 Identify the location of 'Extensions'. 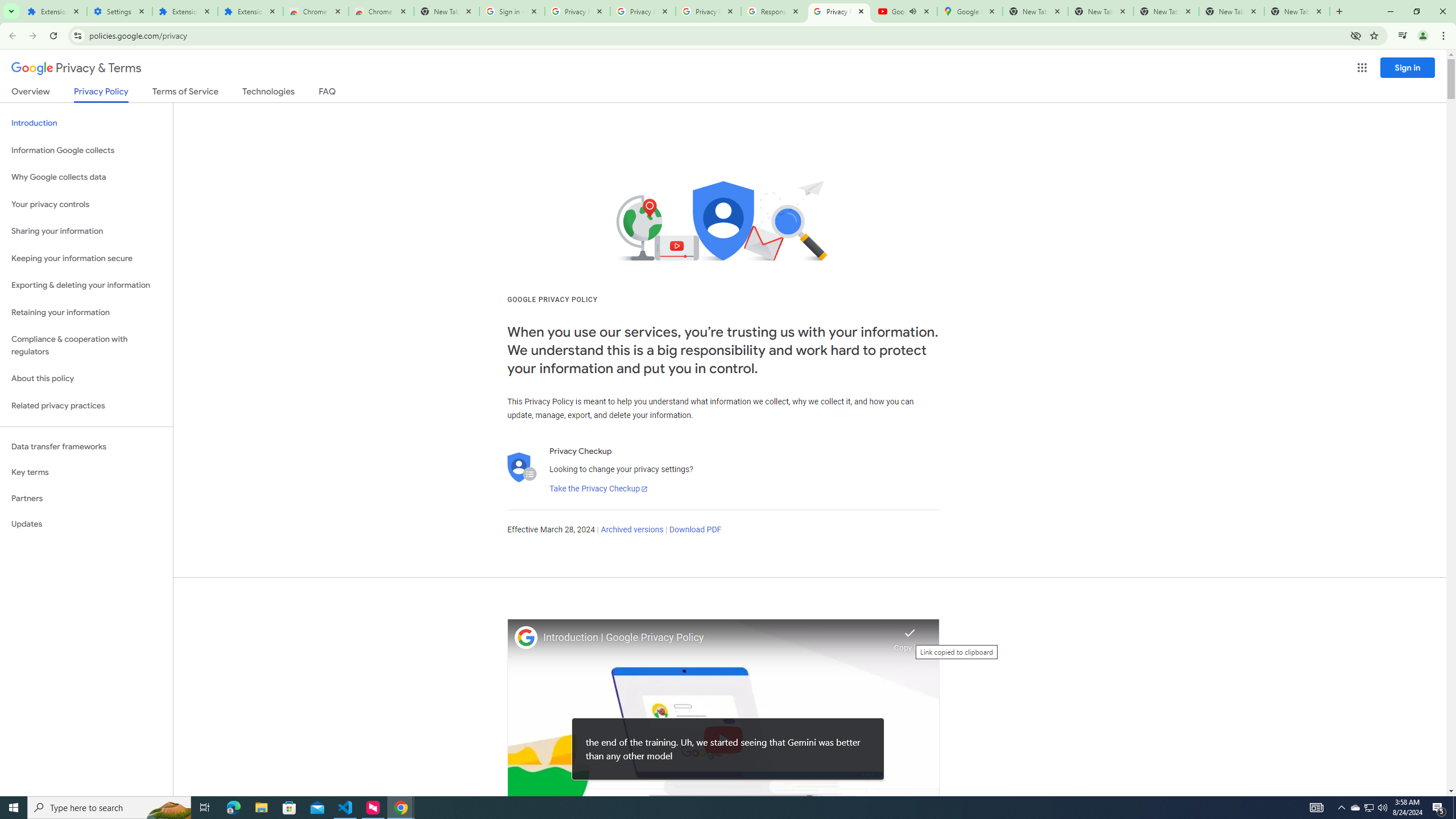
(53, 11).